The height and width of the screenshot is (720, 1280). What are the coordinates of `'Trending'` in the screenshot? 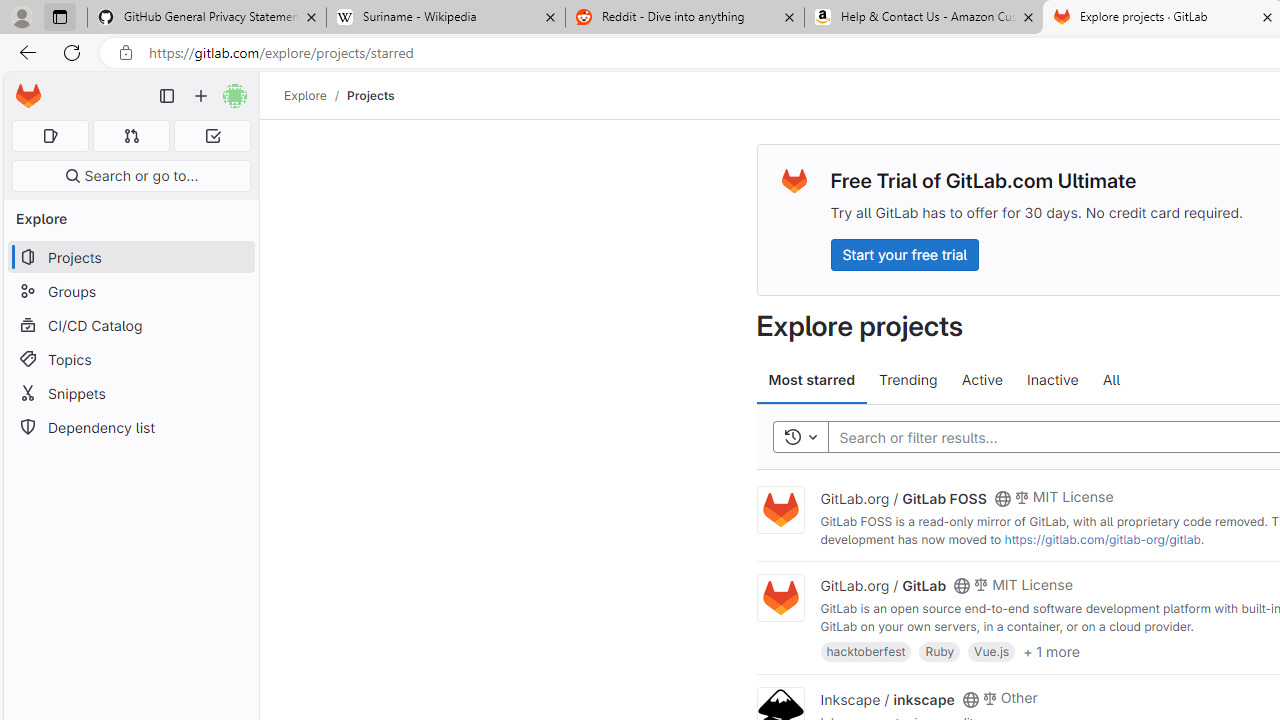 It's located at (907, 380).